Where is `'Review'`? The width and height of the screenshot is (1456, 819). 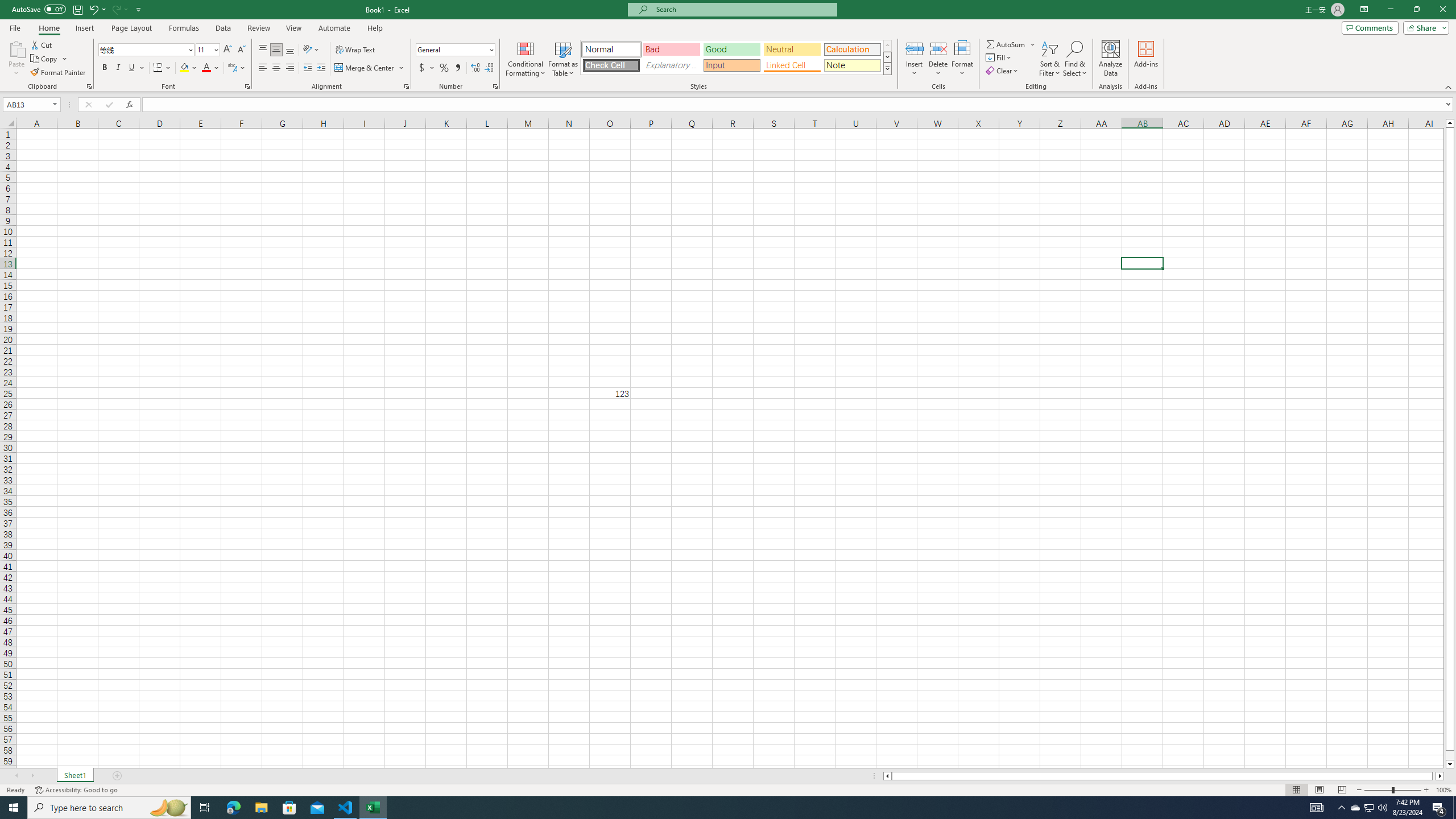
'Review' is located at coordinates (258, 28).